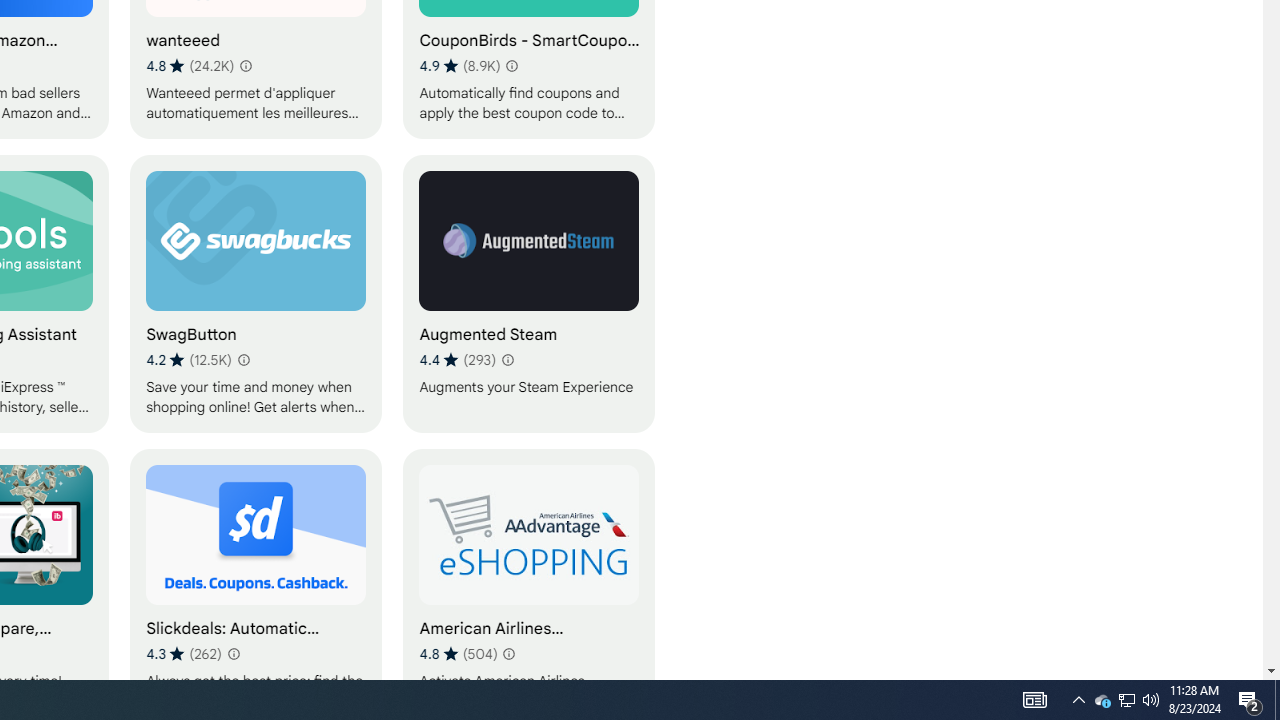 This screenshot has width=1280, height=720. Describe the element at coordinates (242, 360) in the screenshot. I see `'Learn more about results and reviews "SwagButton"'` at that location.